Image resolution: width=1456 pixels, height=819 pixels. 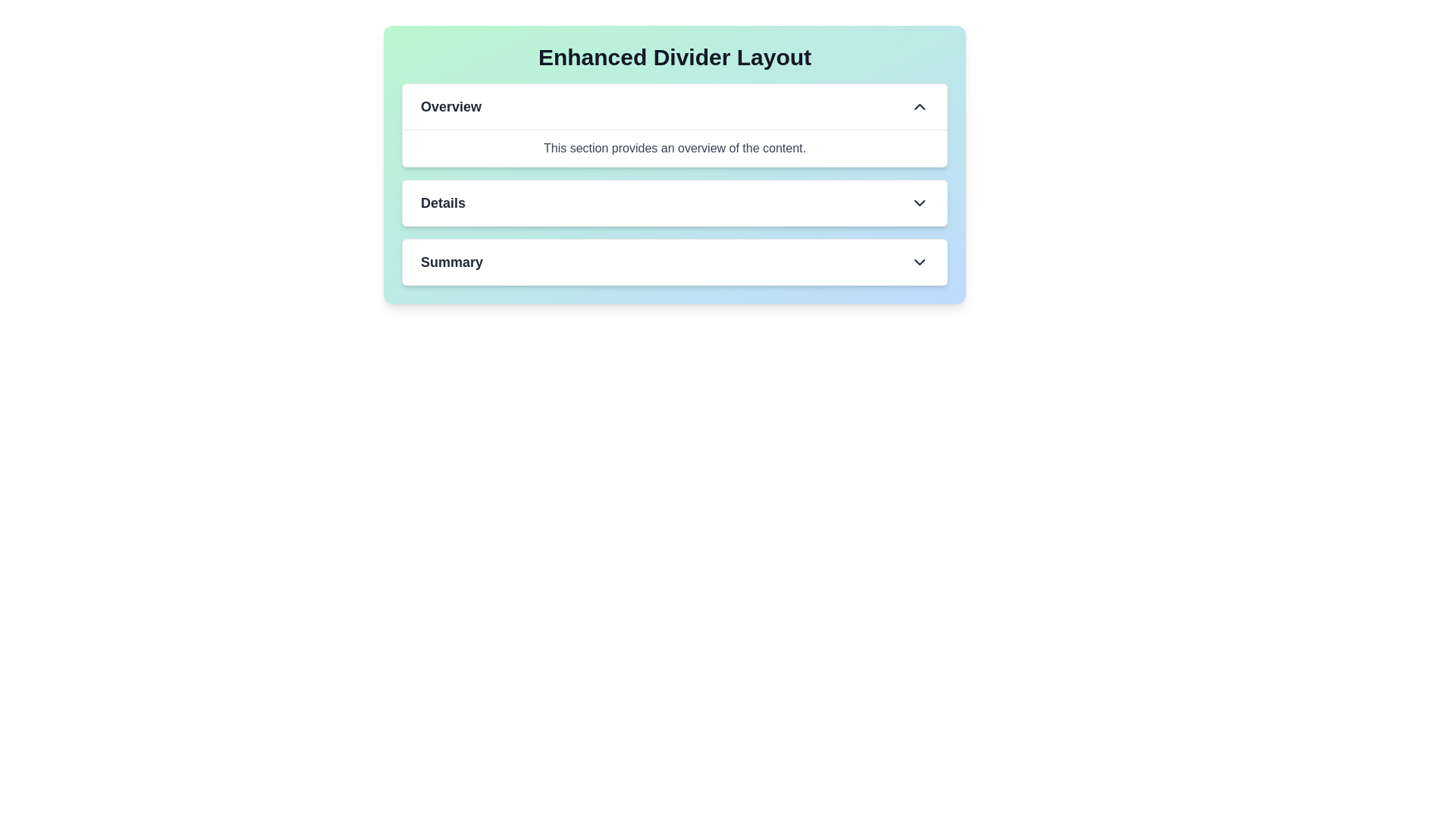 What do you see at coordinates (919, 106) in the screenshot?
I see `the minimalistic upward-pointing chevron arrow icon located in the upper-right corner of the 'Overview' section` at bounding box center [919, 106].